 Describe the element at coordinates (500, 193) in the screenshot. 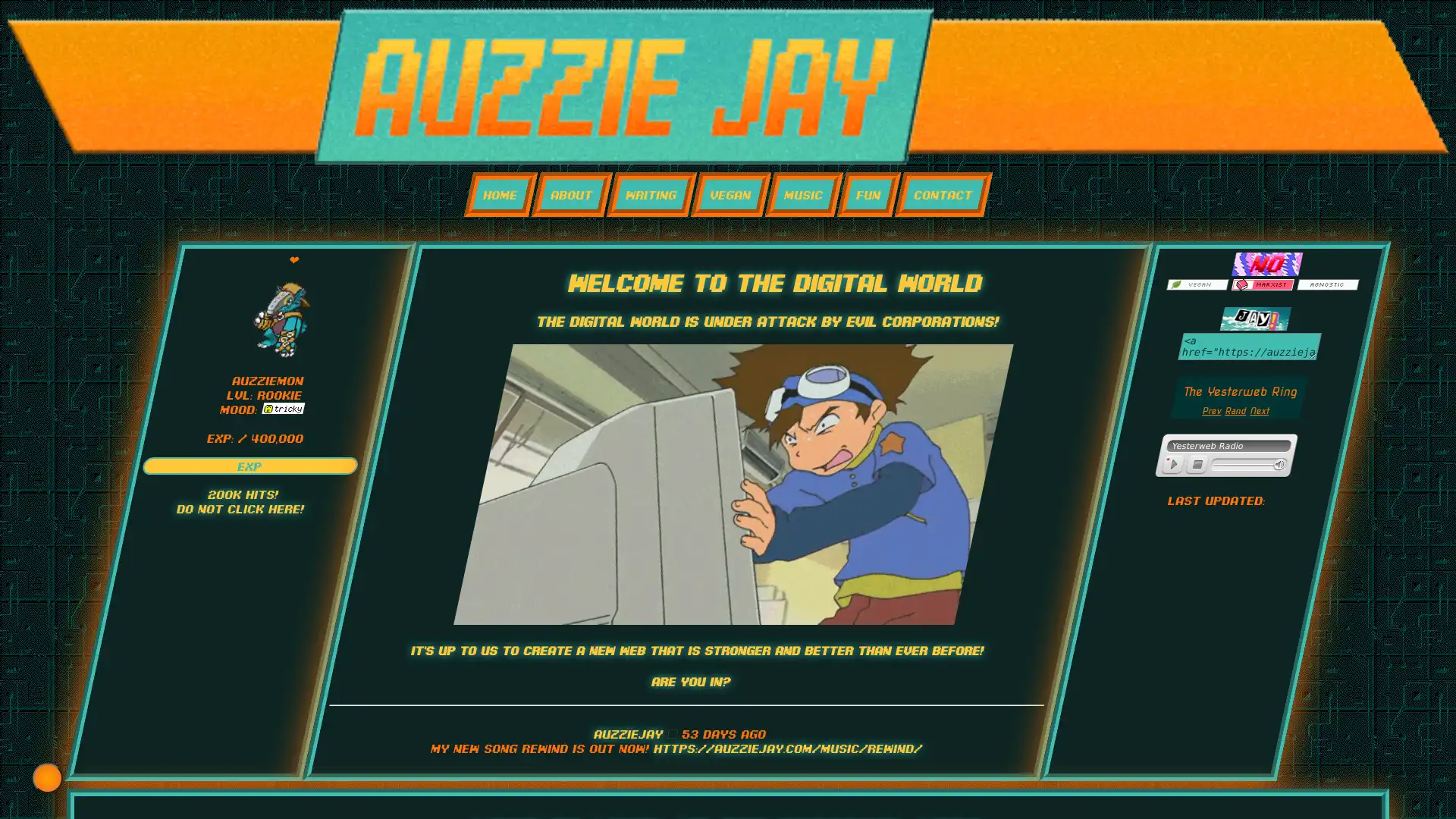

I see `HOME` at that location.